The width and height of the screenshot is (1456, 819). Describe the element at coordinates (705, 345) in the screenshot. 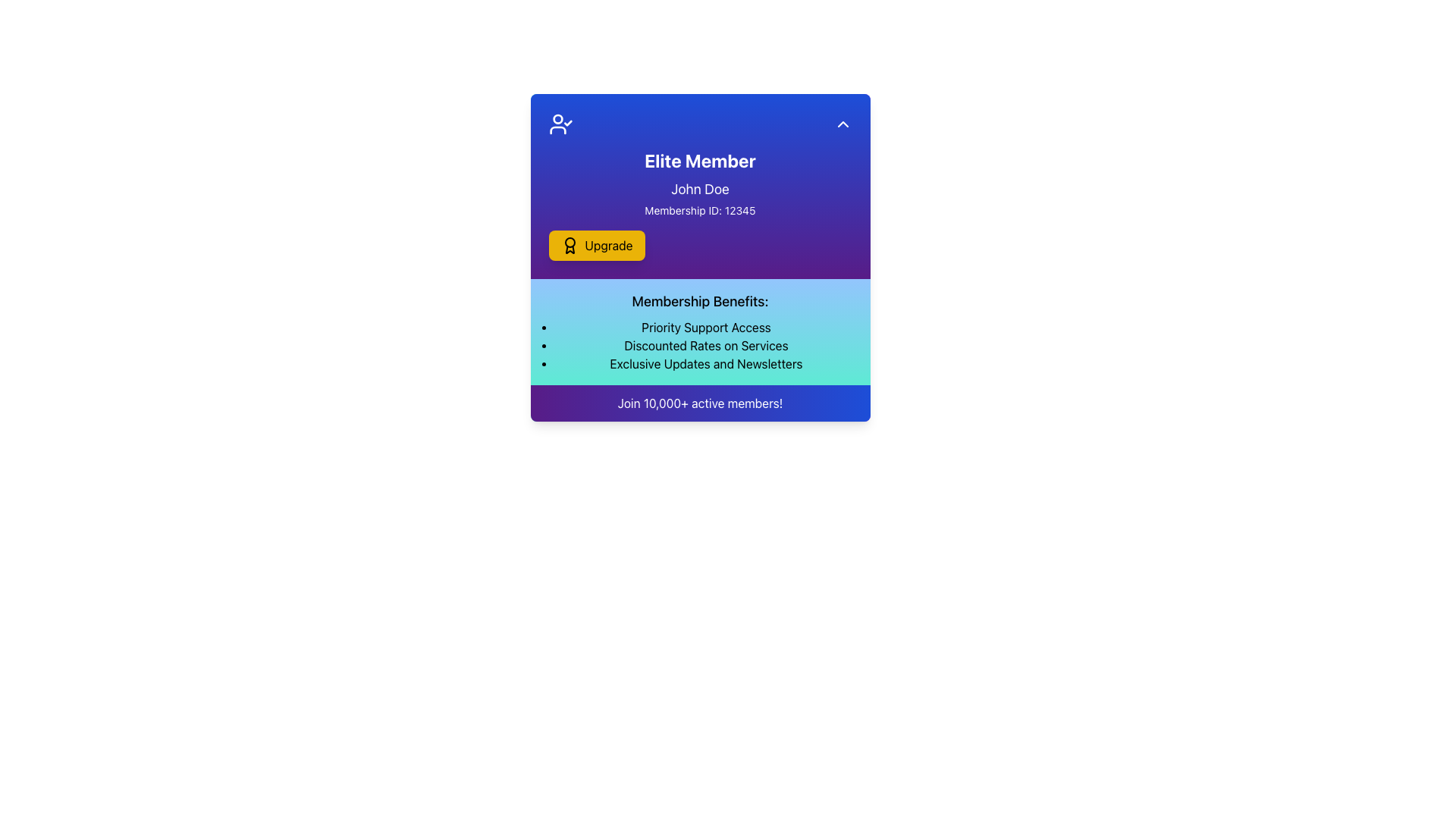

I see `text from the text-based list styled with bullet points located underneath the heading 'Membership Benefits:' in the lower half of the card-like interface` at that location.